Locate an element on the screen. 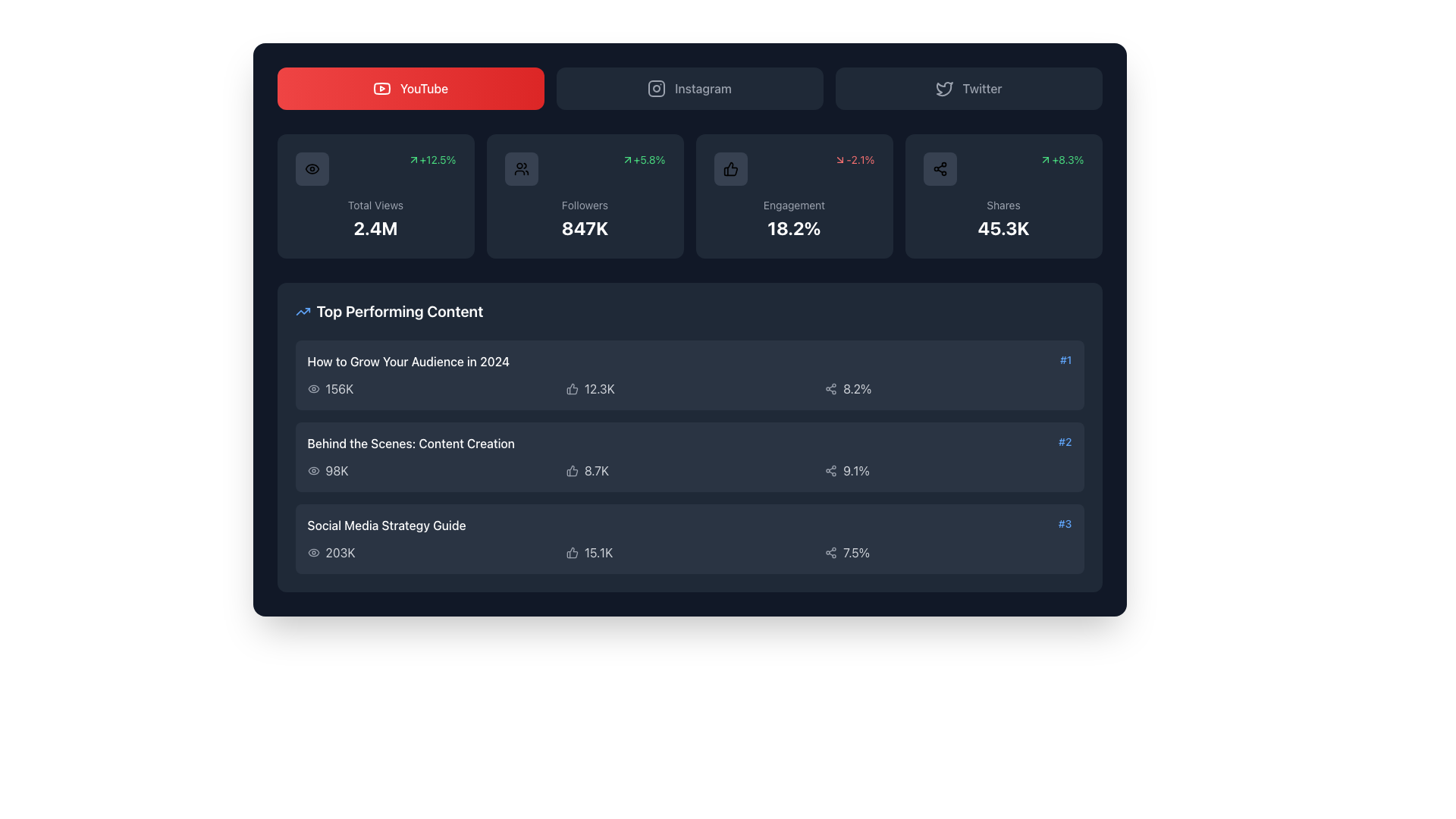 The width and height of the screenshot is (1456, 819). the static text label that reads 'How to Grow Your Audience in 2024', which is the title of the first item in the 'Top Performing Content' section is located at coordinates (408, 362).